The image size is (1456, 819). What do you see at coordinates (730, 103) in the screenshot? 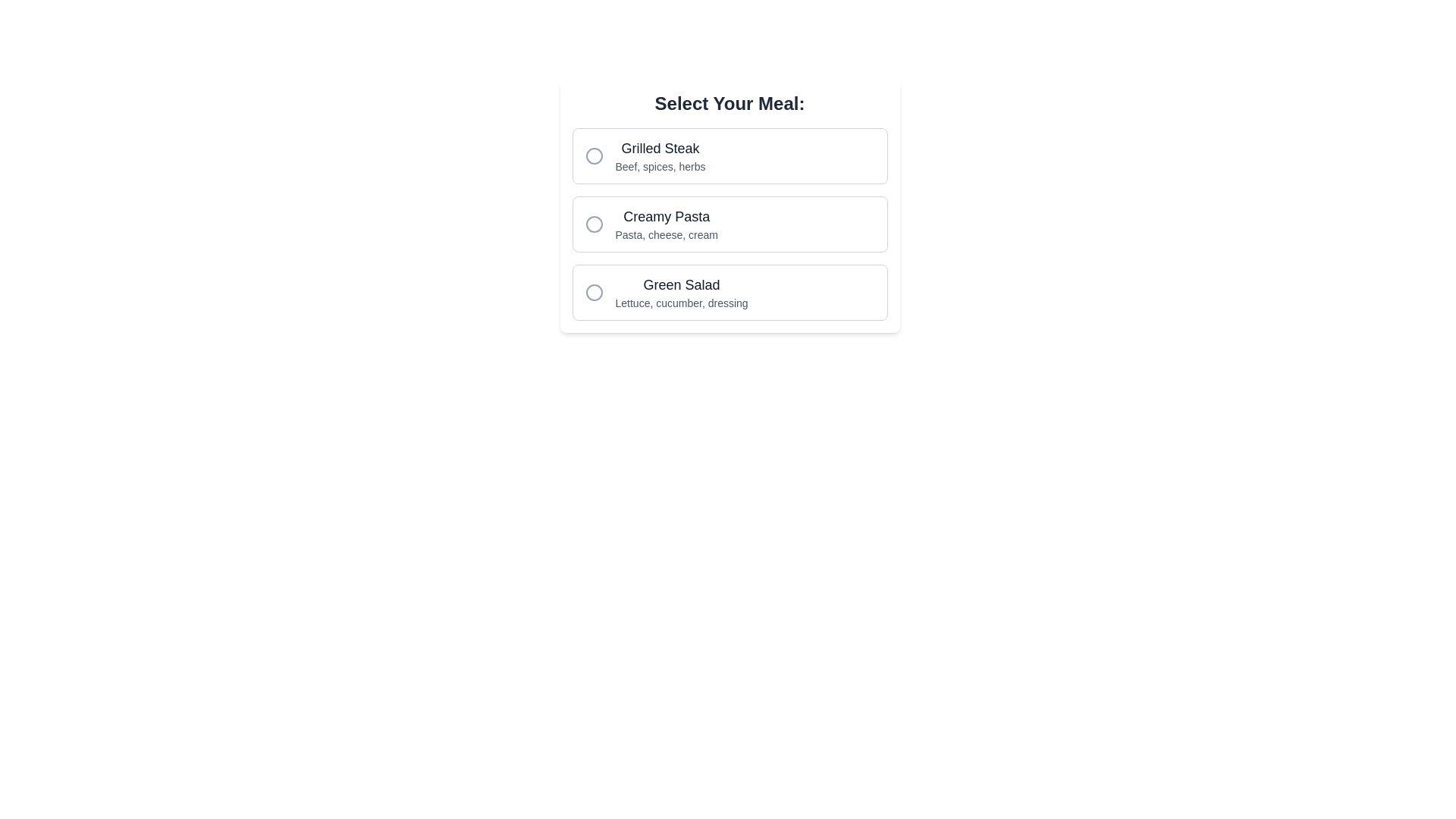
I see `the Text Label (Heading) that serves as the title for the meal selection section, positioned at the top center of the content block` at bounding box center [730, 103].